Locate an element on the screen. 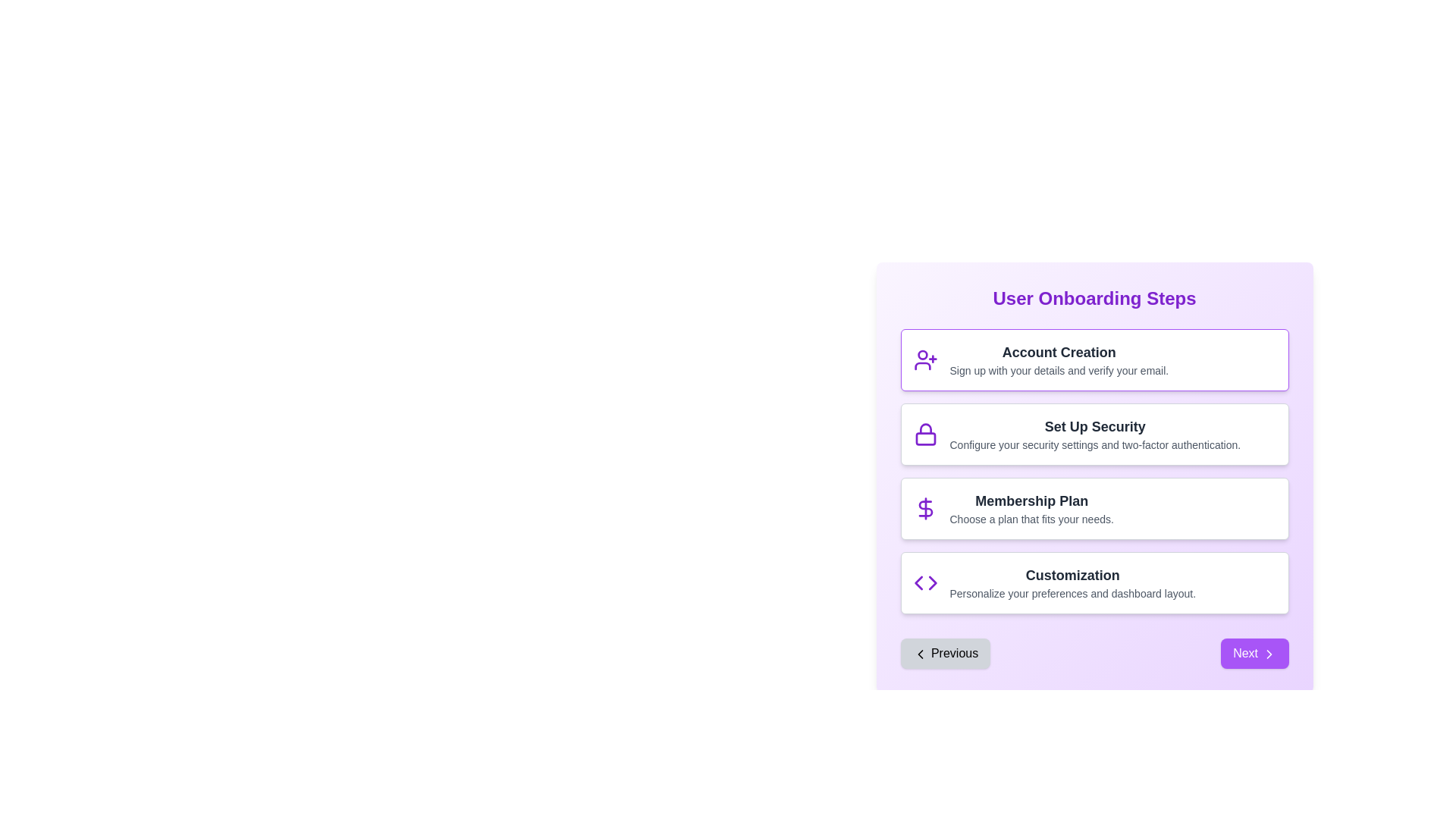 The height and width of the screenshot is (819, 1456). the 'Account Creation' Section Header, which is the topmost entry in the User Onboarding Steps list is located at coordinates (1058, 359).